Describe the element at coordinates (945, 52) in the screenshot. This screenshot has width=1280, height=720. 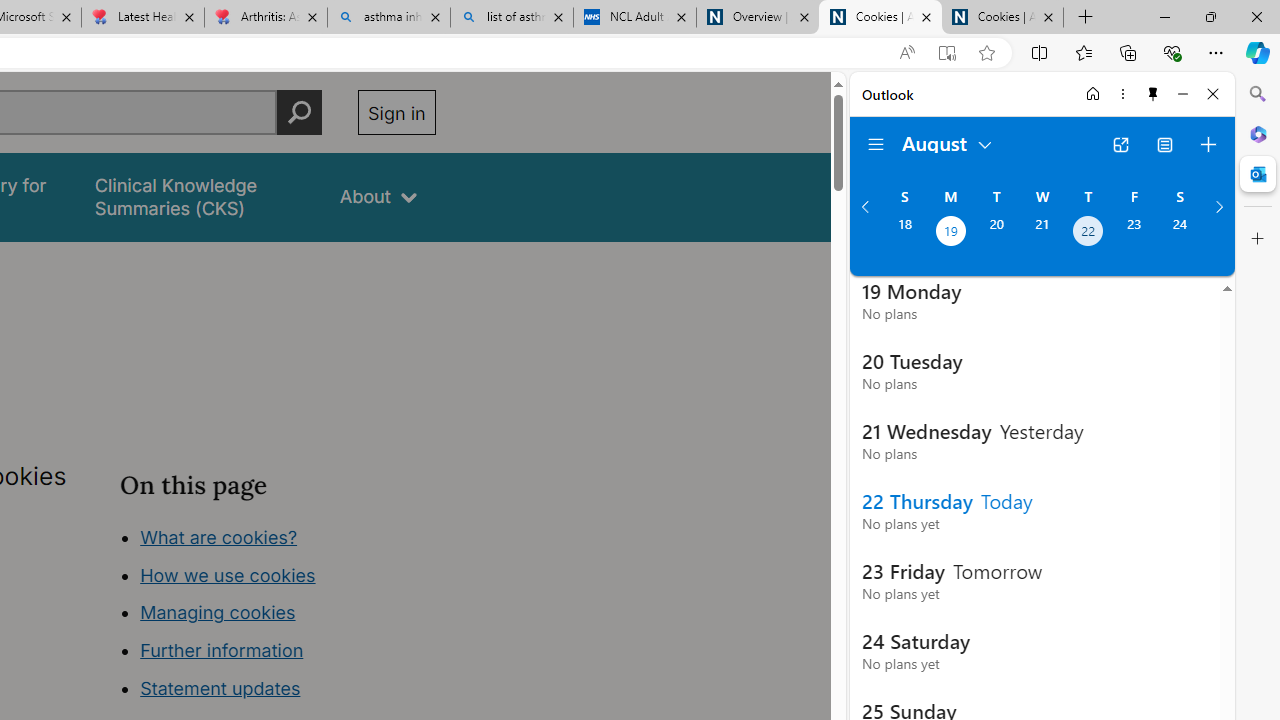
I see `'Enter Immersive Reader (F9)'` at that location.